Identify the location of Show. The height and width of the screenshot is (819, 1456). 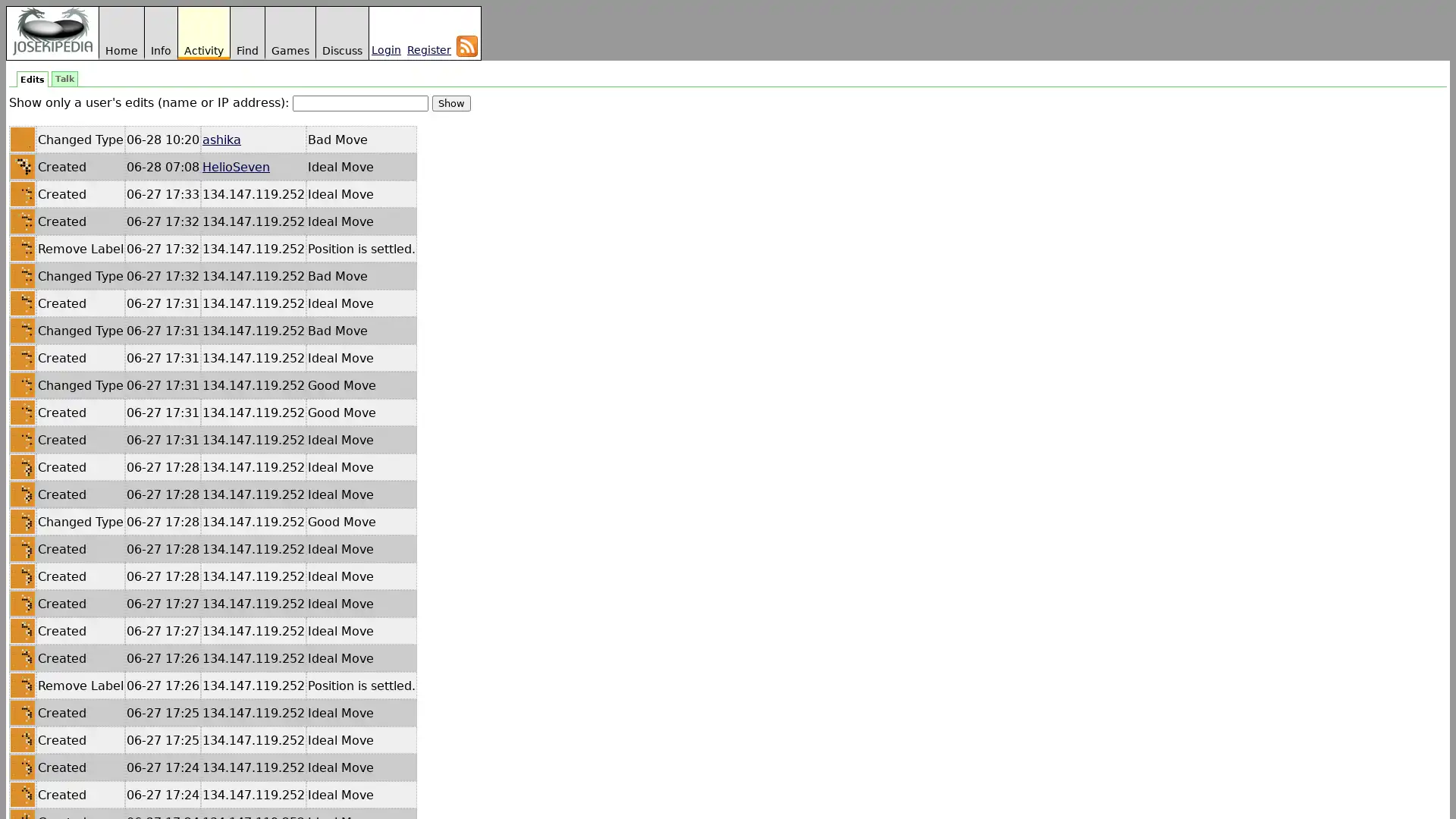
(450, 102).